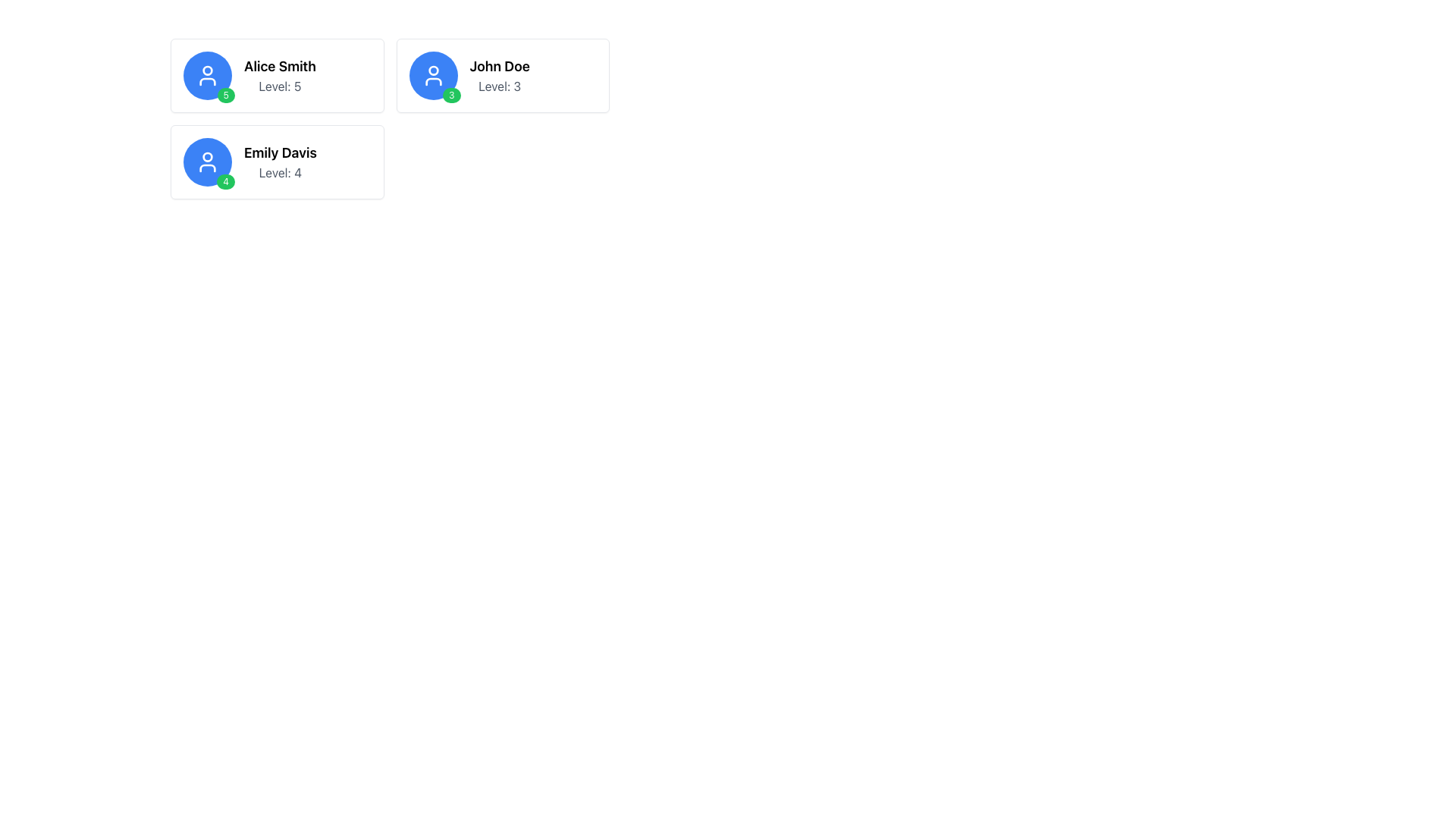 The image size is (1456, 819). What do you see at coordinates (225, 96) in the screenshot?
I see `the small circular badge with a green background displaying the number '5', which is positioned at the bottom-right edge of a larger blue circular user profile image for Alice Smith` at bounding box center [225, 96].